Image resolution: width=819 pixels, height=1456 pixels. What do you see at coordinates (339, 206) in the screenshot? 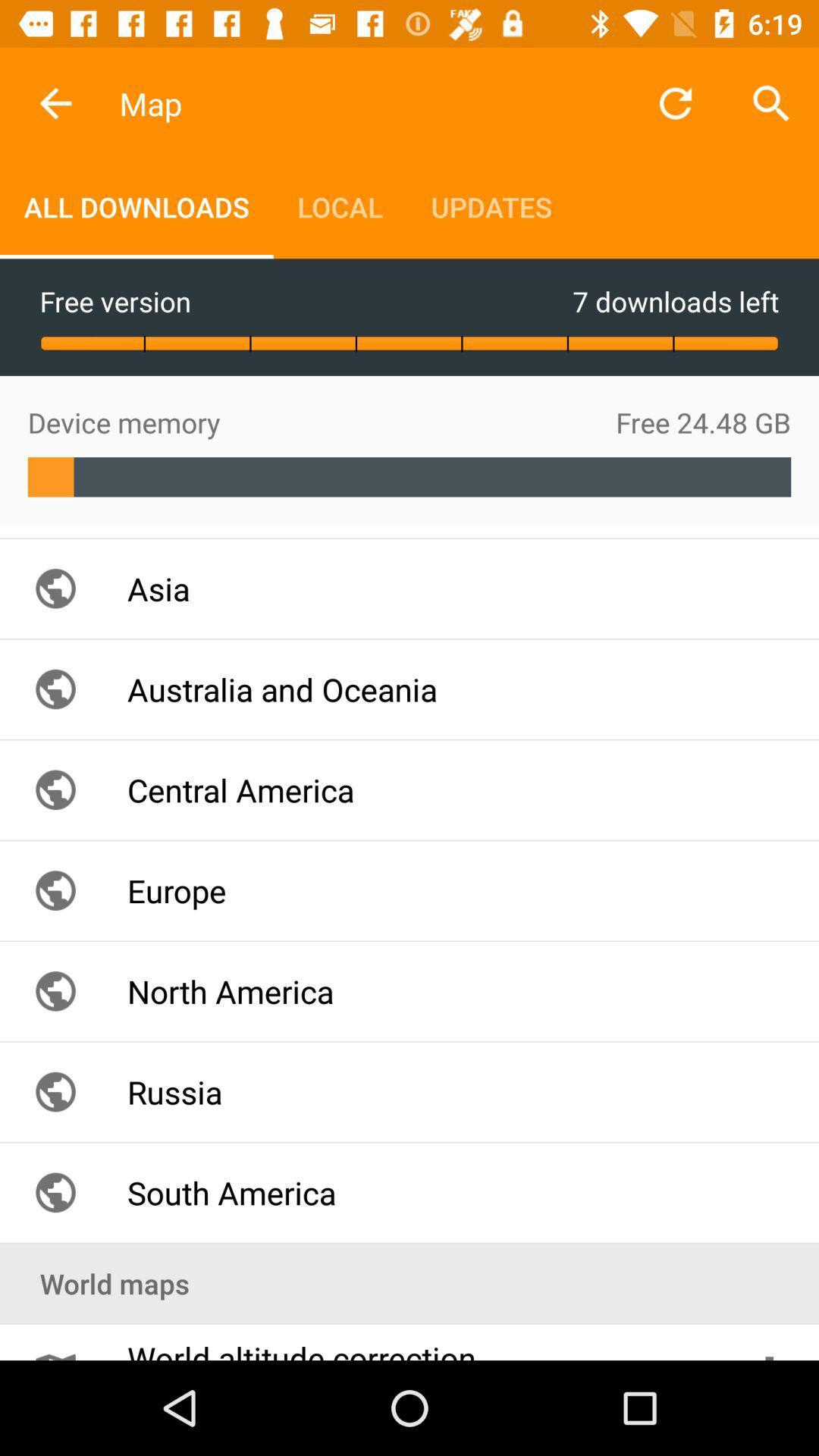
I see `the icon to the left of updates` at bounding box center [339, 206].